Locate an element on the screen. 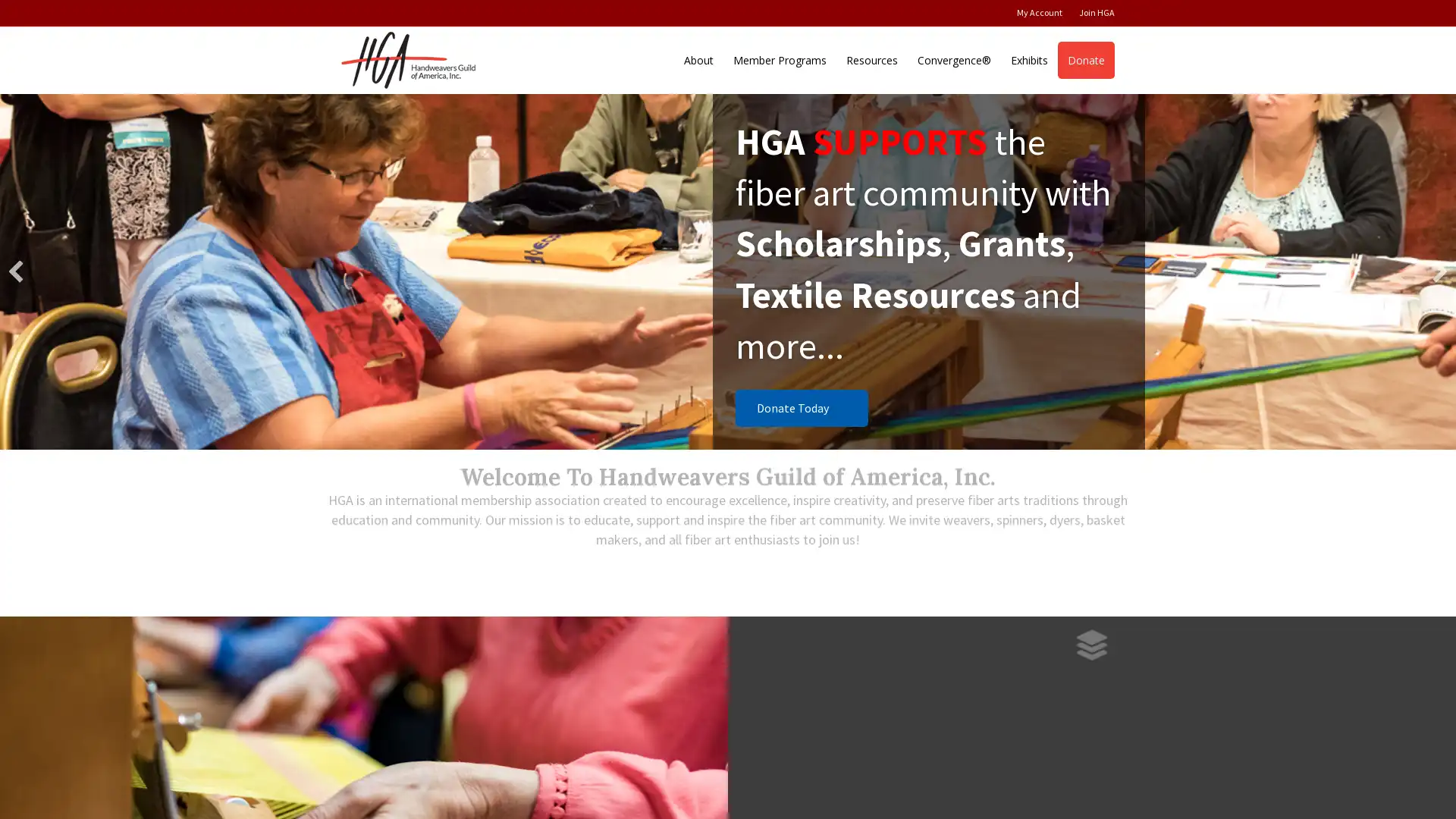 This screenshot has height=819, width=1456. previous is located at coordinates (15, 271).